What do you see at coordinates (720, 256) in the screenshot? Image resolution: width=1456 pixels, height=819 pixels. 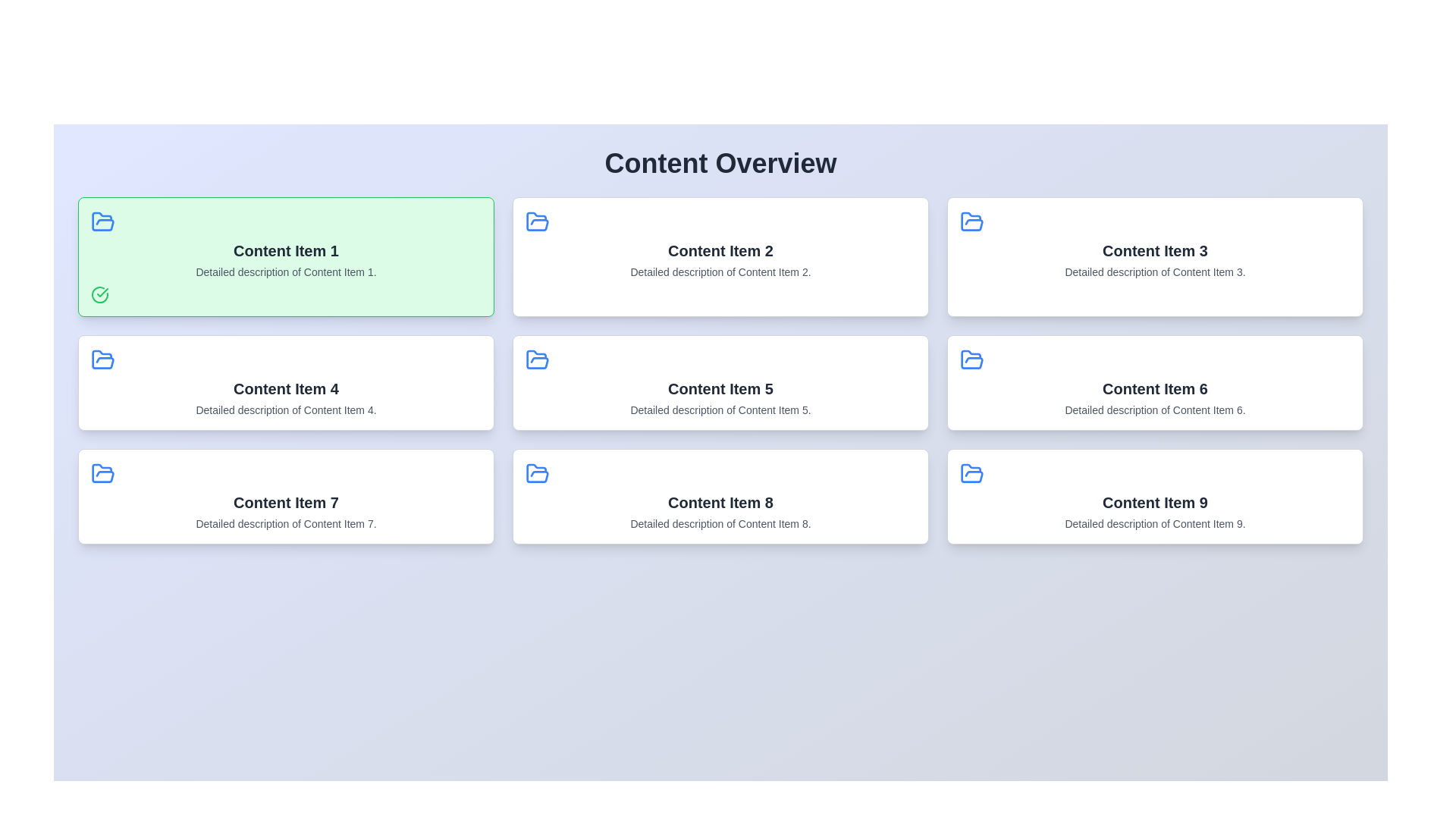 I see `the display card for 'Content Item 2'` at bounding box center [720, 256].